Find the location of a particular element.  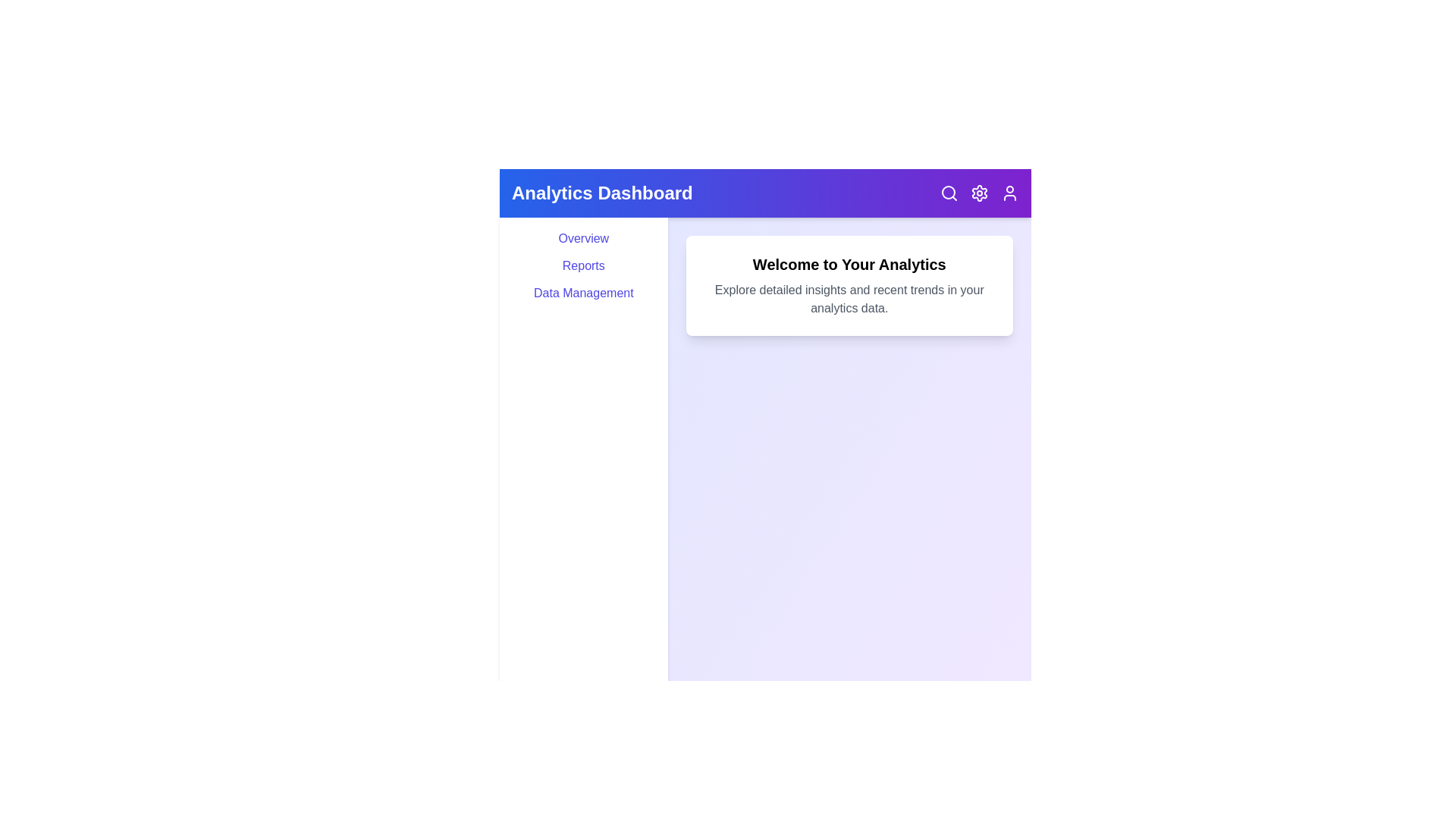

the 'Analytics Dashboard' title in the header is located at coordinates (601, 192).